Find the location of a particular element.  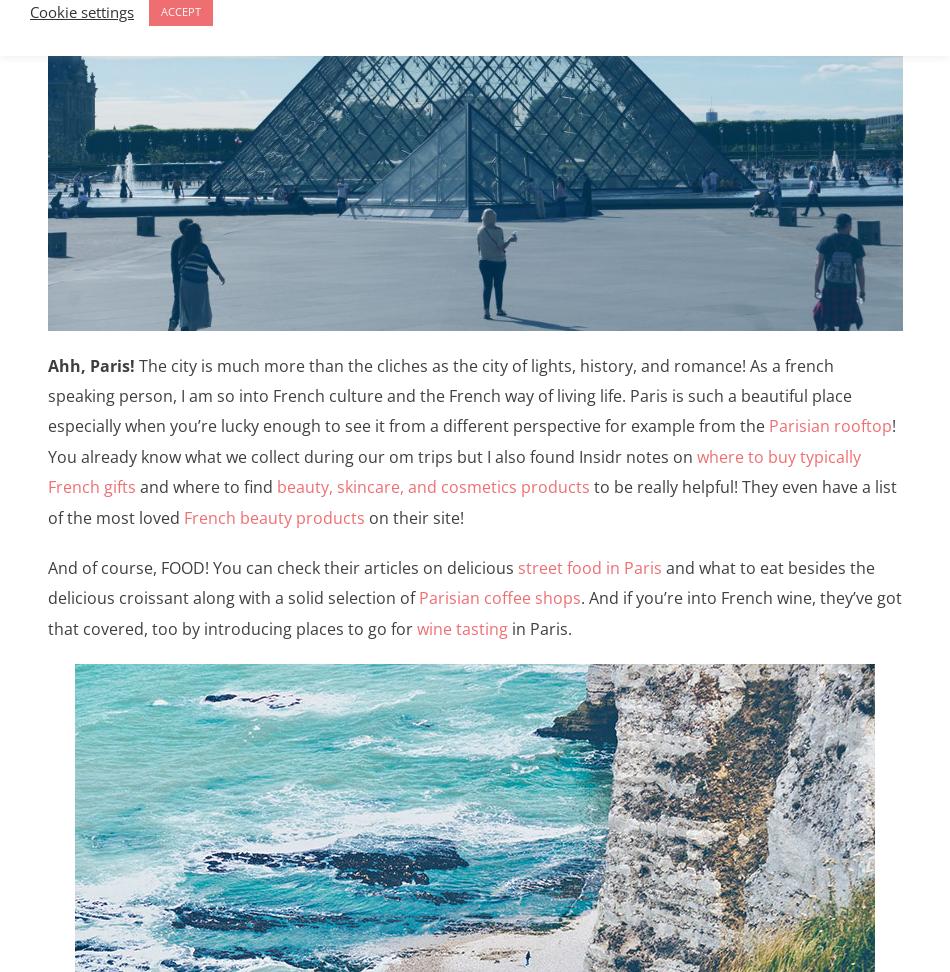

'Cookie settings' is located at coordinates (81, 10).